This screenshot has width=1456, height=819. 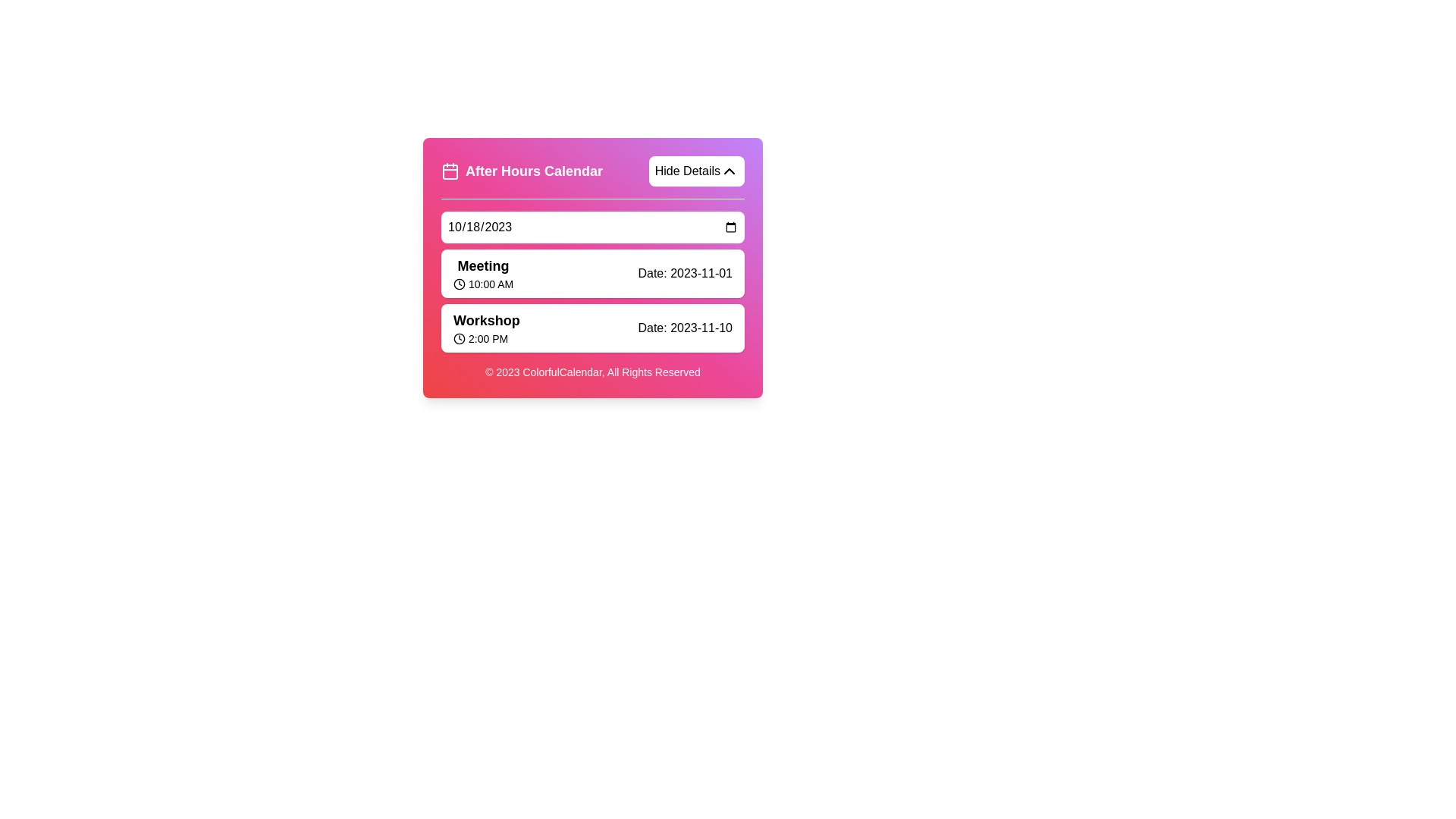 What do you see at coordinates (450, 171) in the screenshot?
I see `the pinkish rectangular region with rounded corners located within the top-left calendar icon in the header bar` at bounding box center [450, 171].